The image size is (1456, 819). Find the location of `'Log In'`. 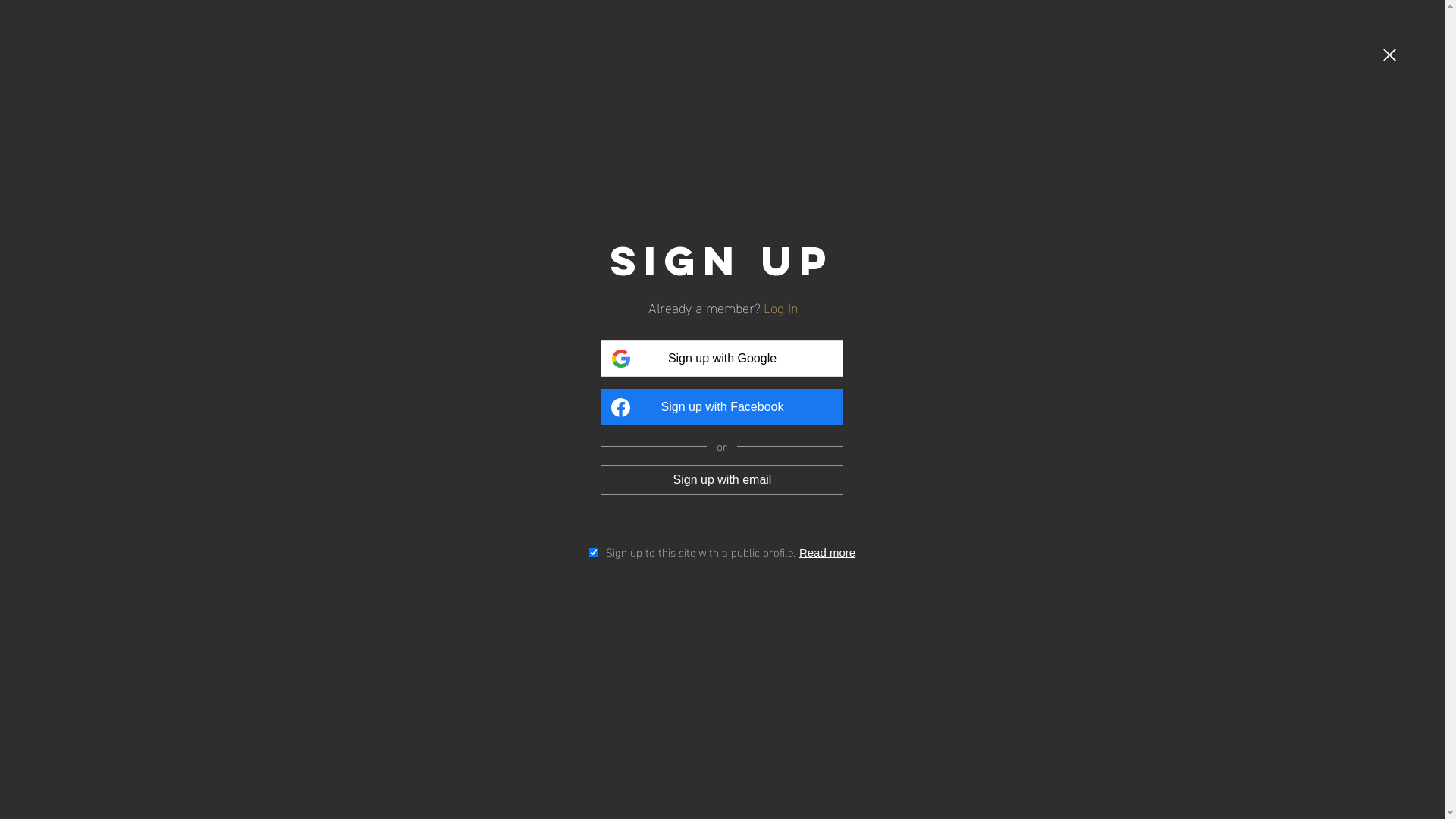

'Log In' is located at coordinates (785, 306).